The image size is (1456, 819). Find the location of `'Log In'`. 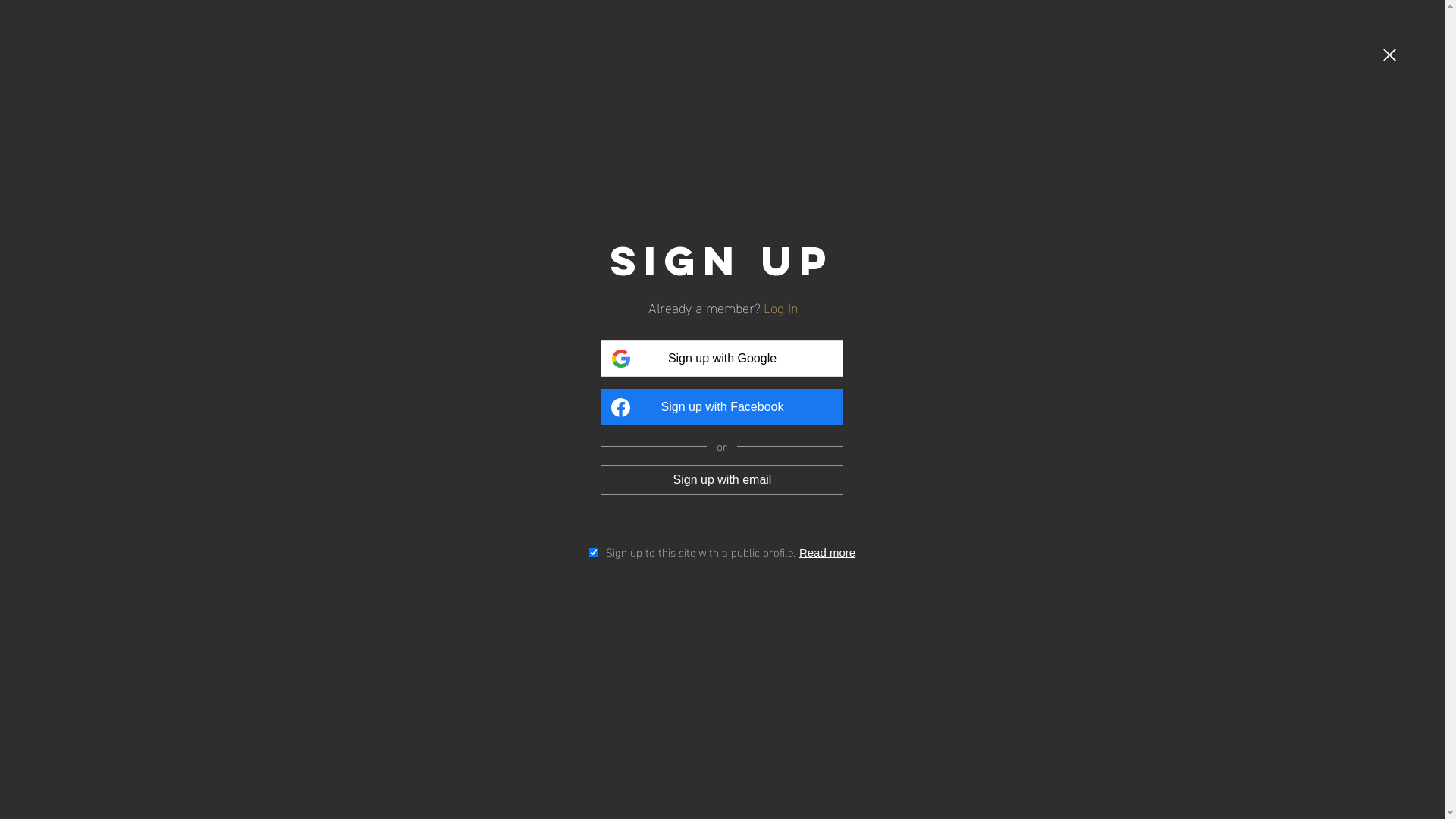

'Log In' is located at coordinates (785, 306).